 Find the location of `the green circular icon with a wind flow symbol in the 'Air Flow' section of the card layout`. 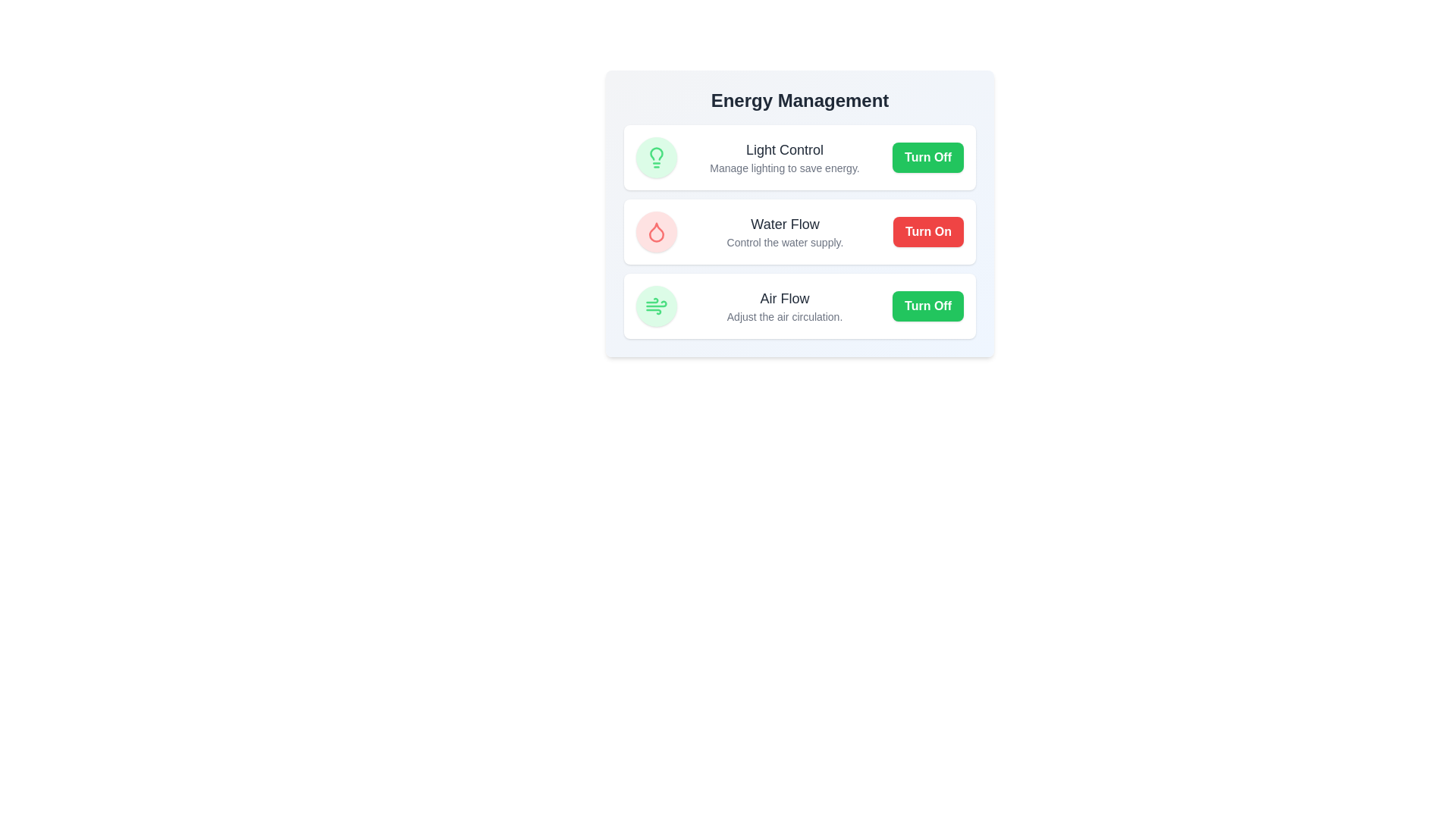

the green circular icon with a wind flow symbol in the 'Air Flow' section of the card layout is located at coordinates (656, 306).